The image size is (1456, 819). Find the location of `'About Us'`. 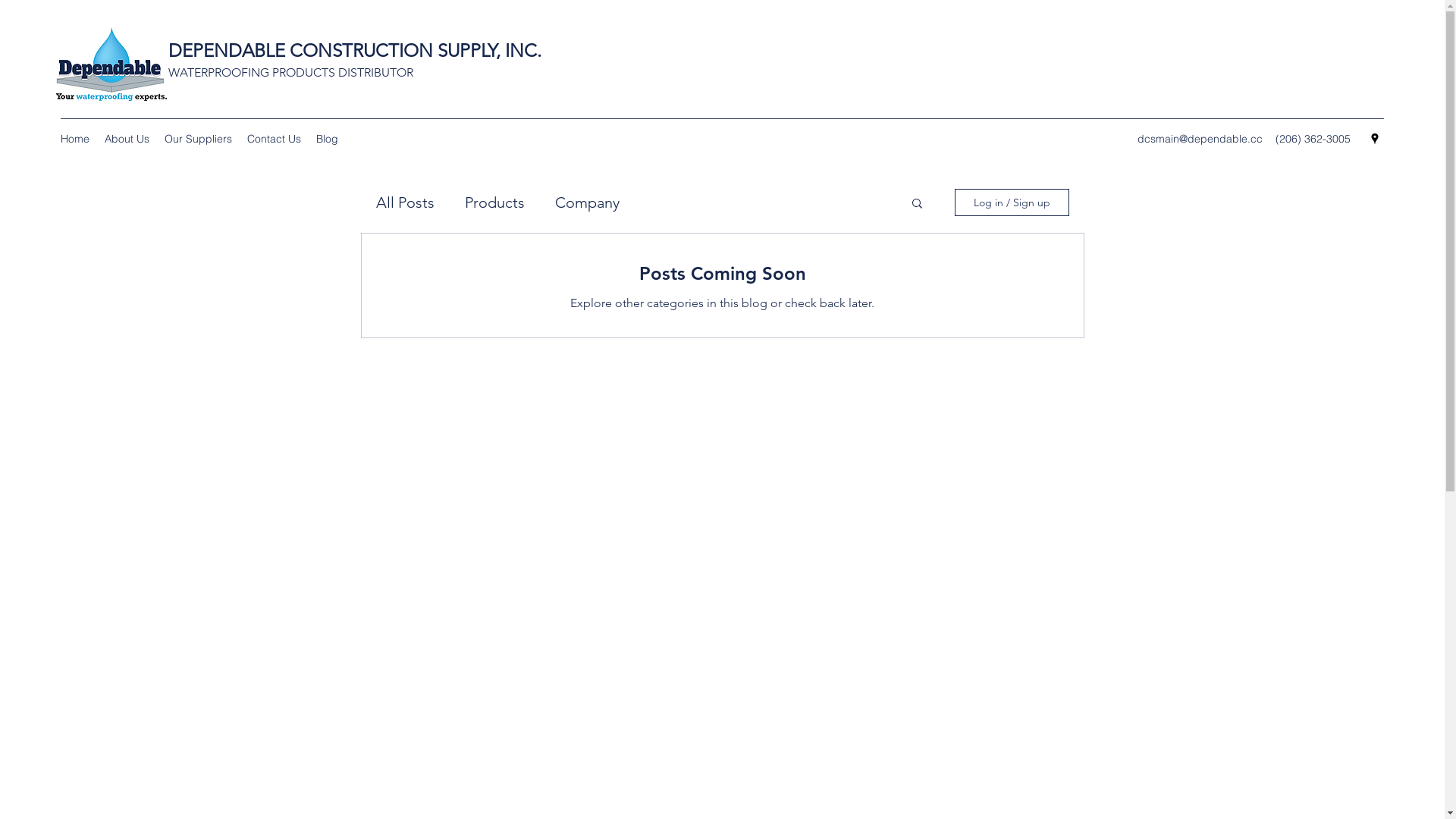

'About Us' is located at coordinates (127, 138).